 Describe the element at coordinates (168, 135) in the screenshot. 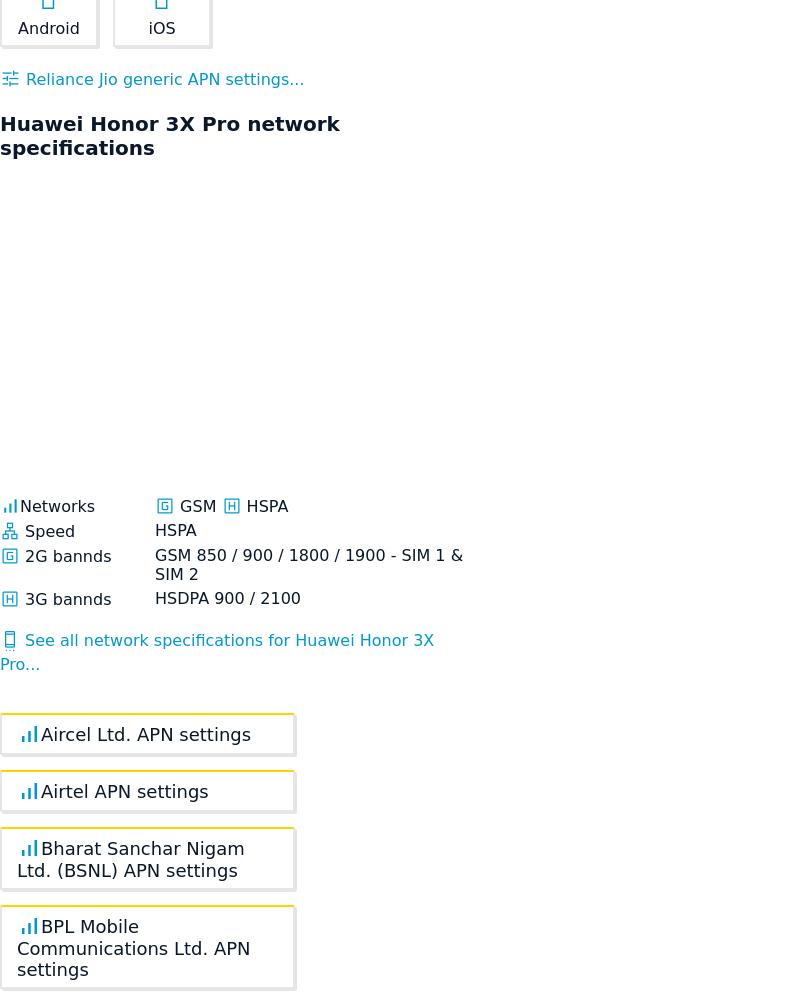

I see `'Huawei Honor 3X Pro network specifications'` at that location.